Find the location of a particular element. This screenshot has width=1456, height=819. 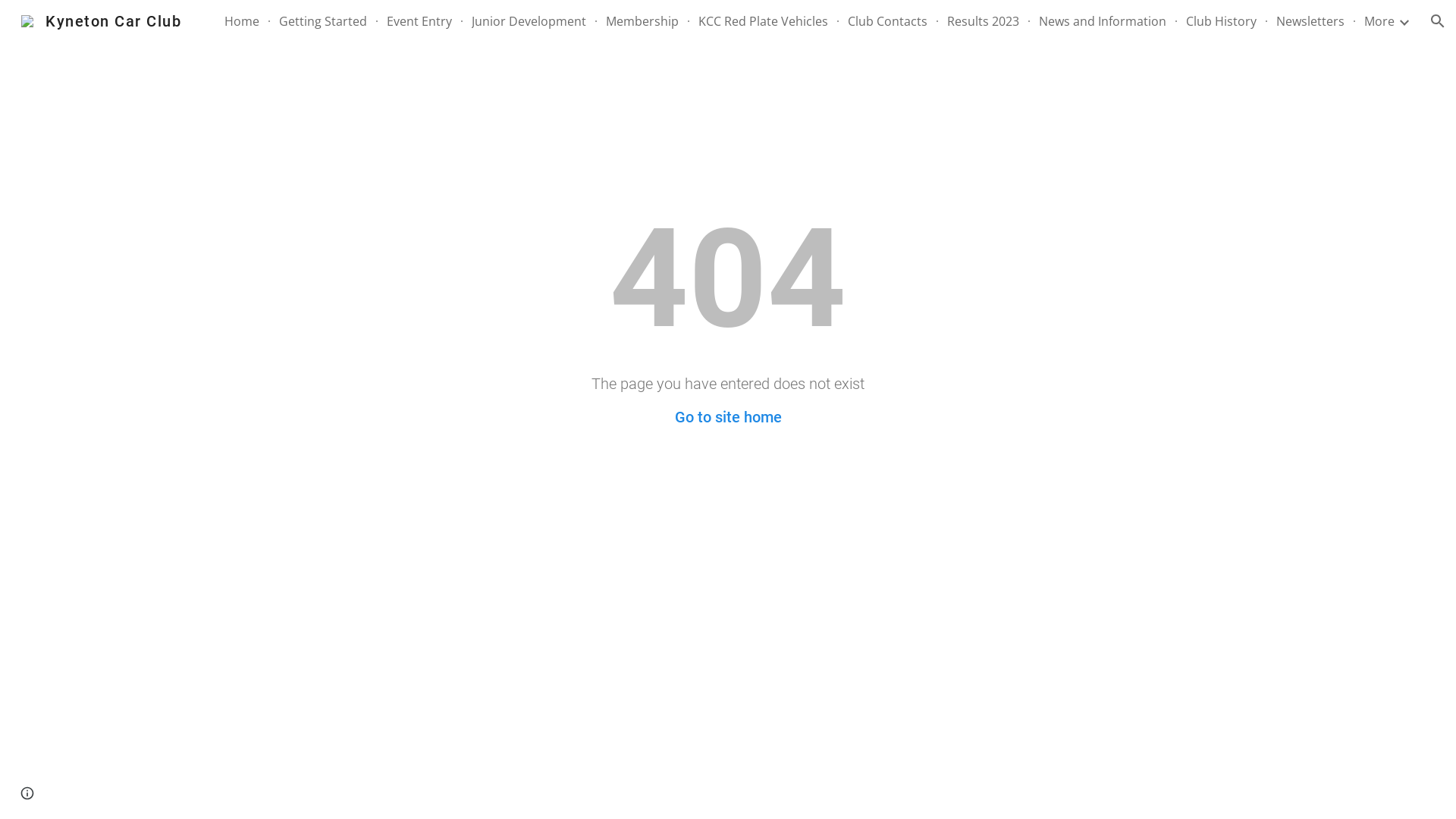

'More' is located at coordinates (1379, 20).